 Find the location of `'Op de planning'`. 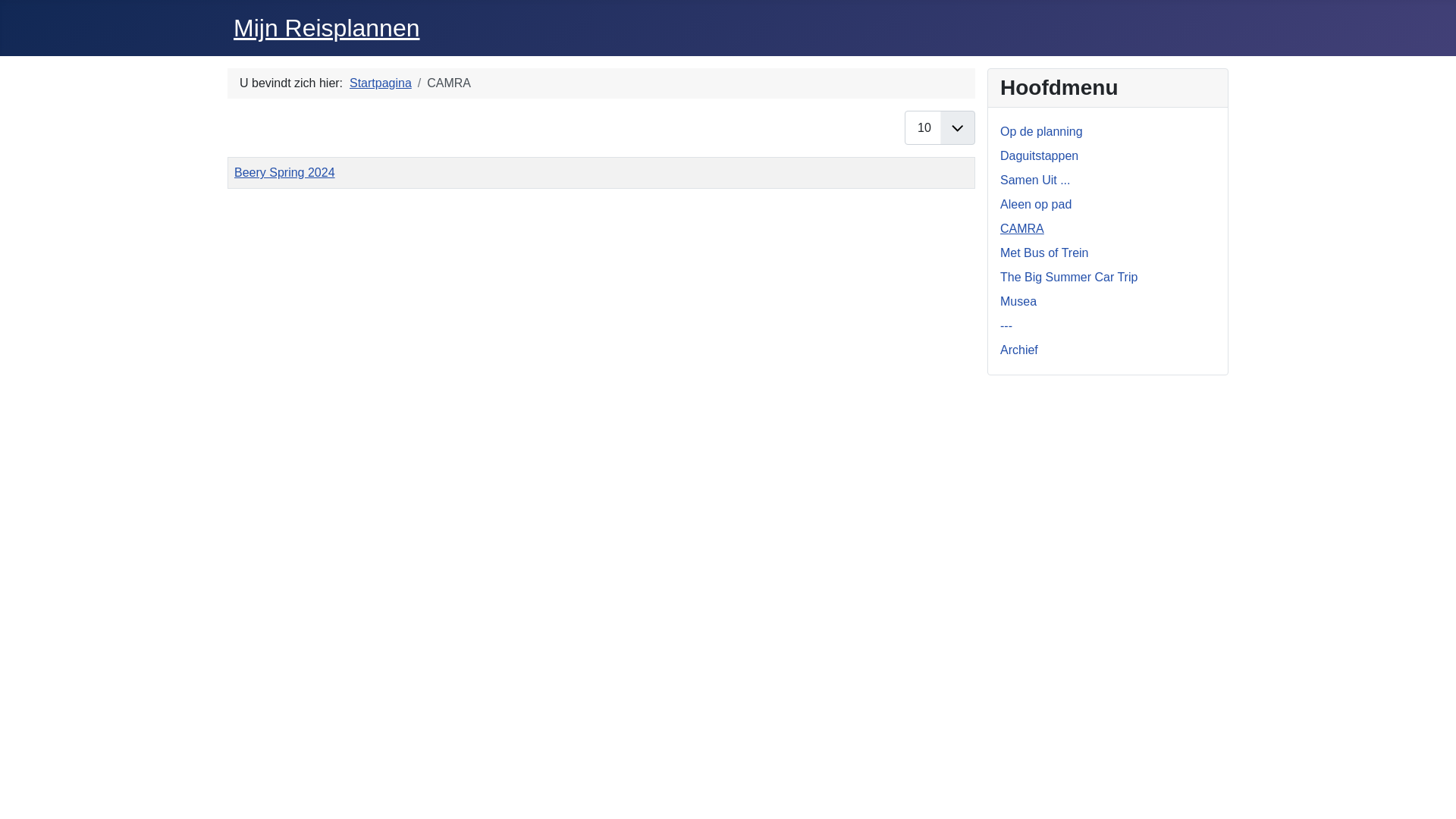

'Op de planning' is located at coordinates (1040, 130).